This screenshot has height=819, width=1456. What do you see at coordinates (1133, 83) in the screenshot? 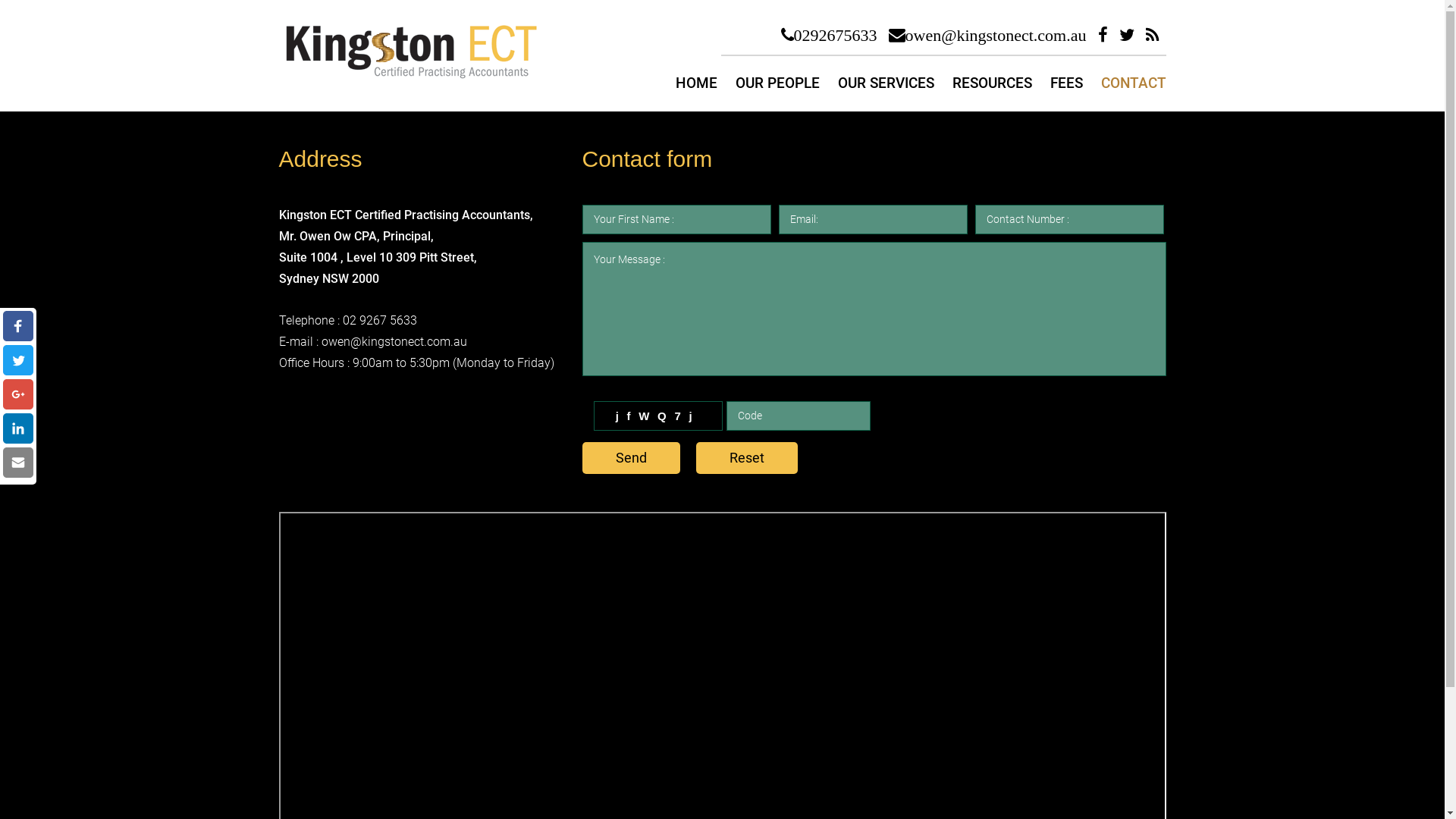
I see `'CONTACT'` at bounding box center [1133, 83].